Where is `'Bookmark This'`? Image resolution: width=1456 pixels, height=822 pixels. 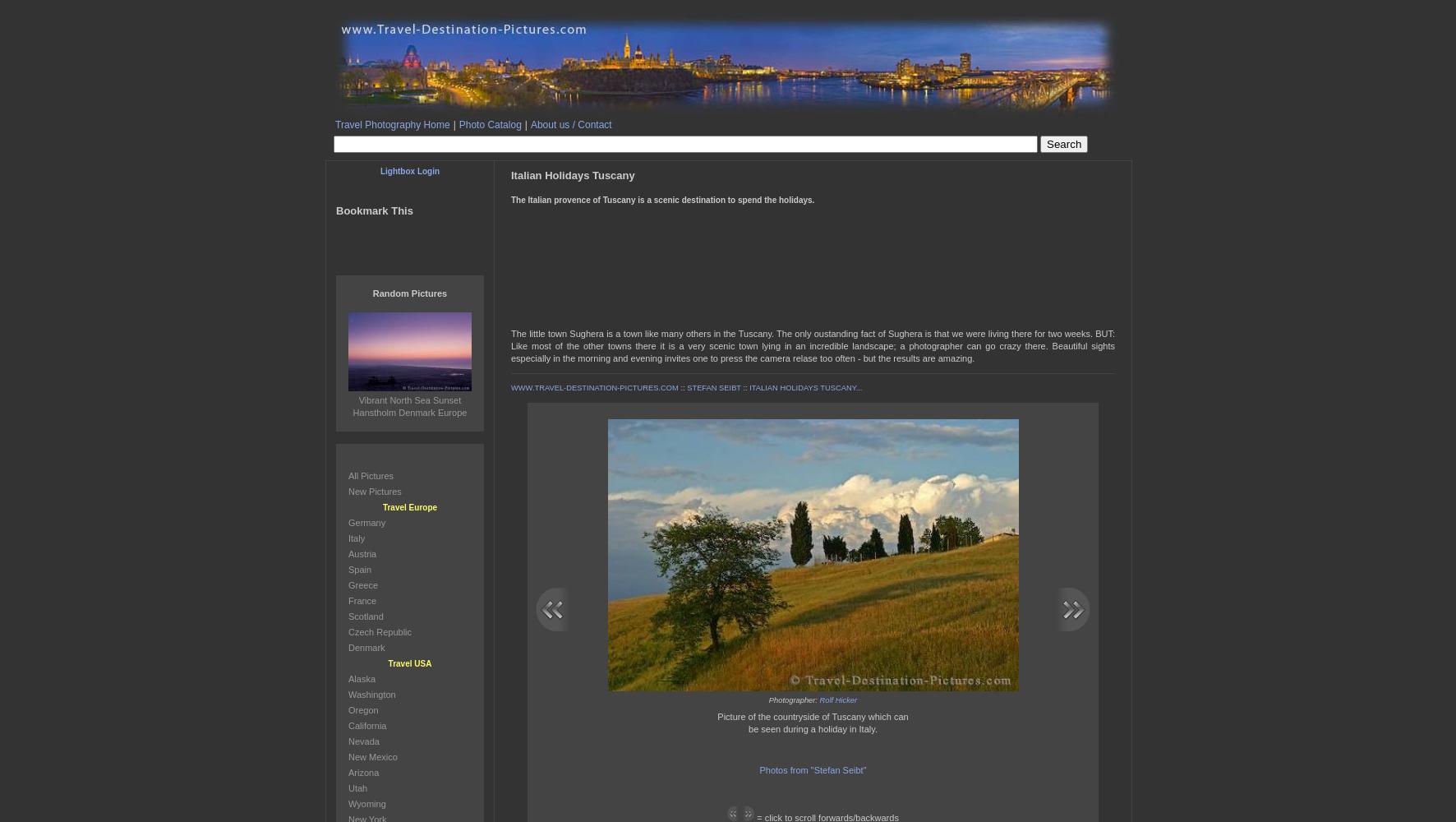
'Bookmark This' is located at coordinates (335, 210).